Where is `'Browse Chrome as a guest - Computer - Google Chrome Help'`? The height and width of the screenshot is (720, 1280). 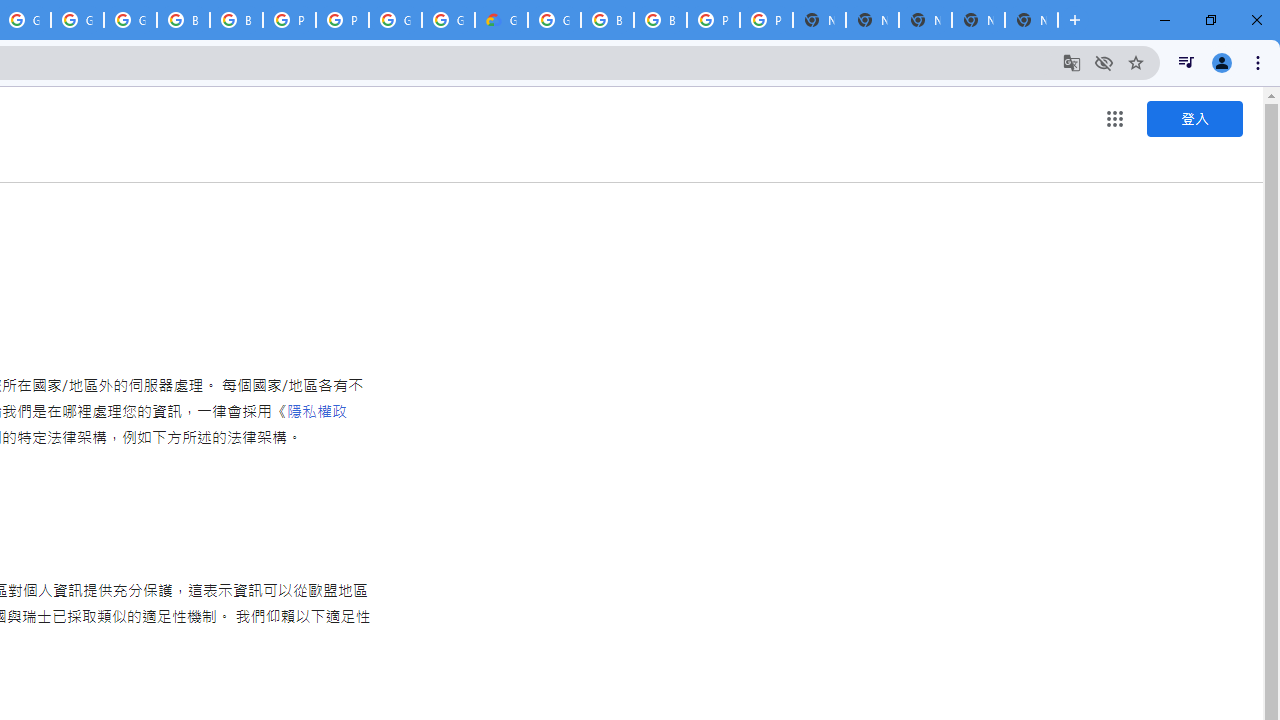 'Browse Chrome as a guest - Computer - Google Chrome Help' is located at coordinates (183, 20).